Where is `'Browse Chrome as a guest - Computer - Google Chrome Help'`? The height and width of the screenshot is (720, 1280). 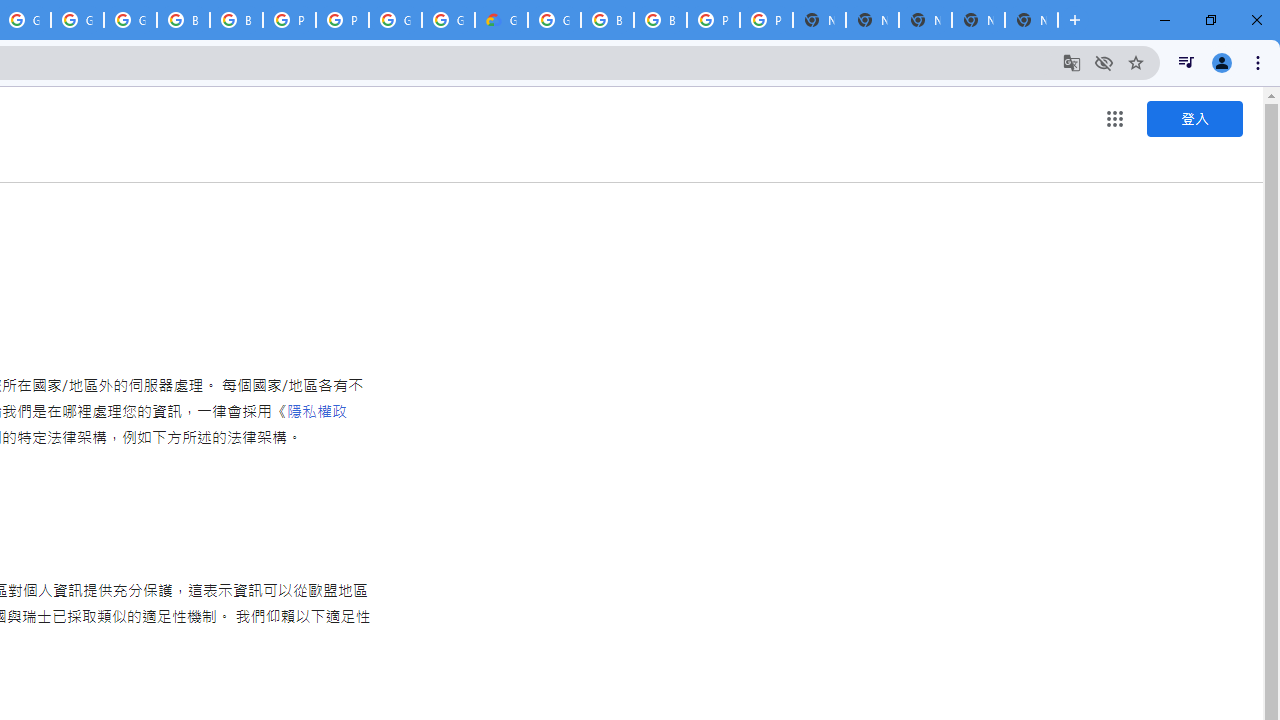 'Browse Chrome as a guest - Computer - Google Chrome Help' is located at coordinates (183, 20).